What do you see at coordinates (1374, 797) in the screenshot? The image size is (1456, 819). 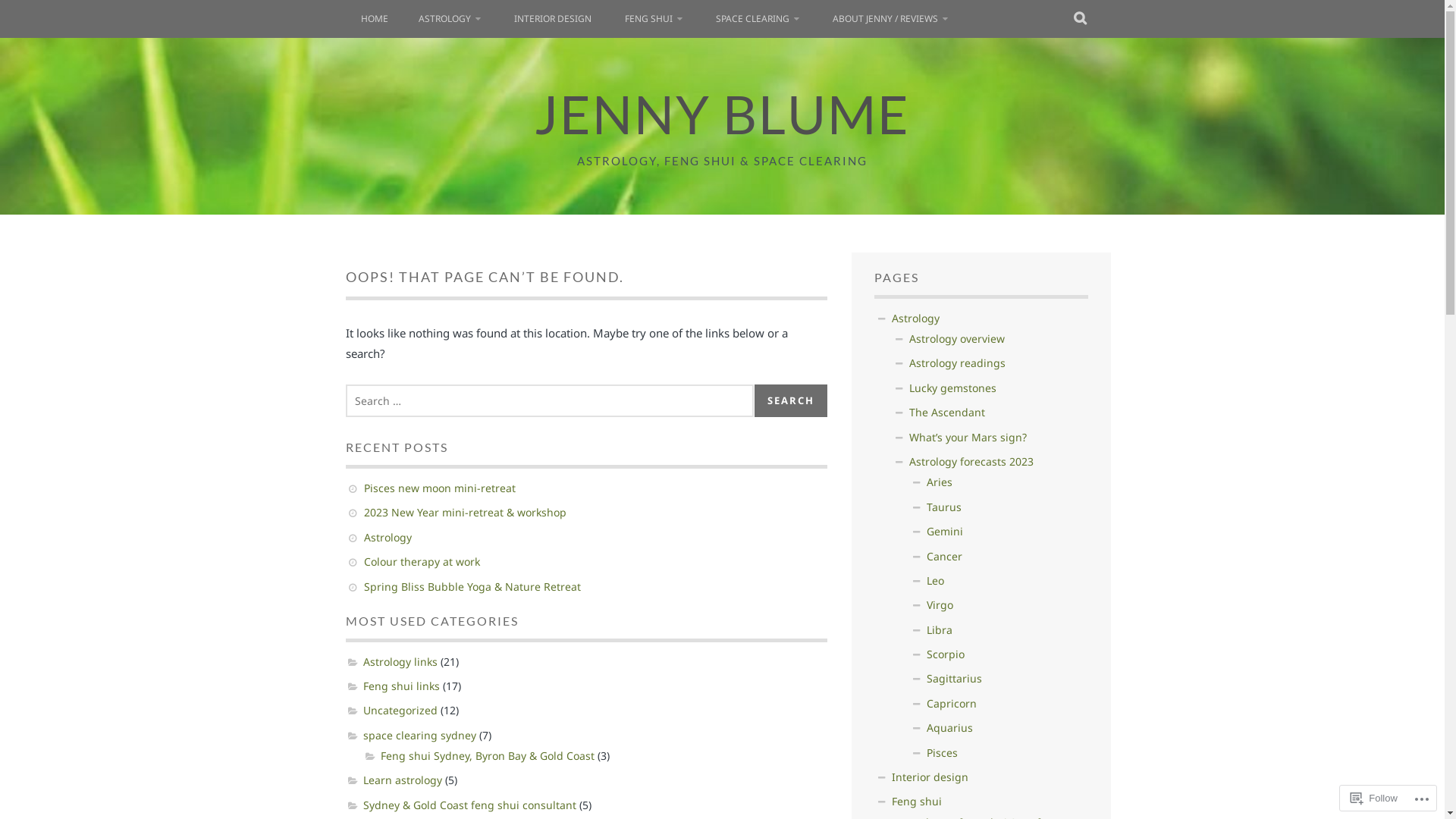 I see `'Follow'` at bounding box center [1374, 797].